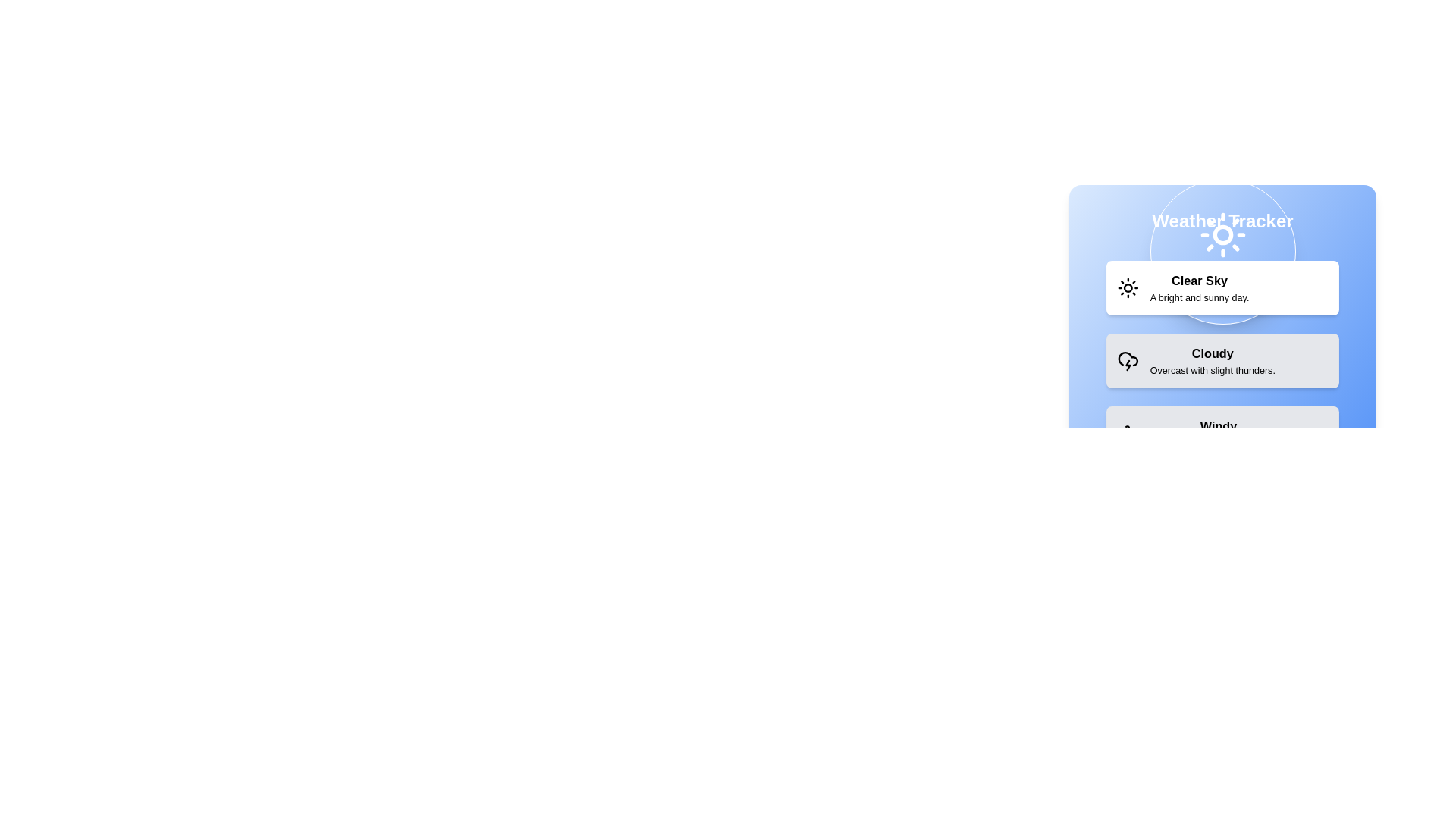 The height and width of the screenshot is (819, 1456). I want to click on the Text Label indicating the weather condition 'Cloudy', which is positioned above the descriptive text 'Overcast with slight thunders' in the weather-themed interface, so click(1212, 353).